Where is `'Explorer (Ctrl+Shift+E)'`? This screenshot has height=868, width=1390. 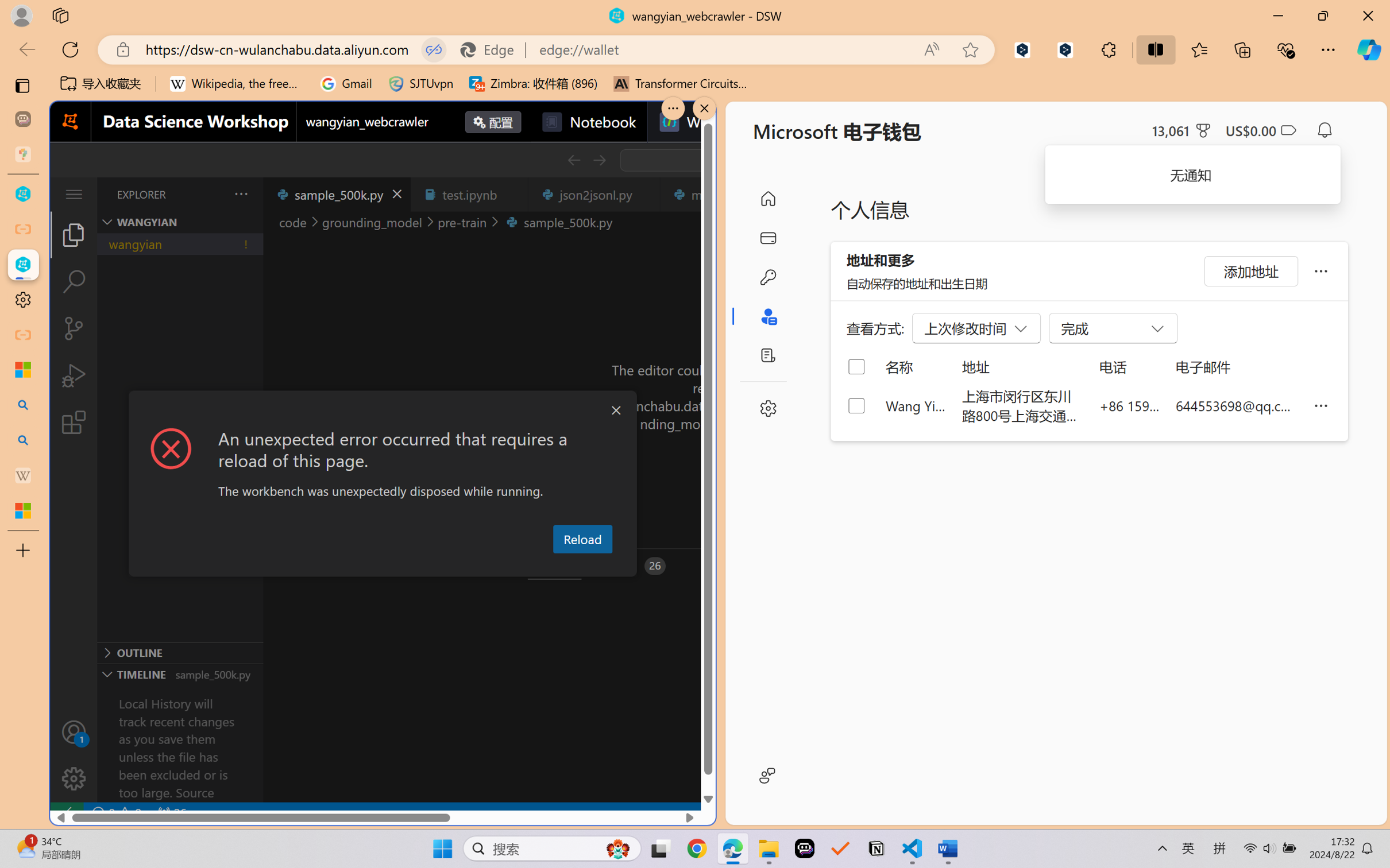 'Explorer (Ctrl+Shift+E)' is located at coordinates (73, 234).